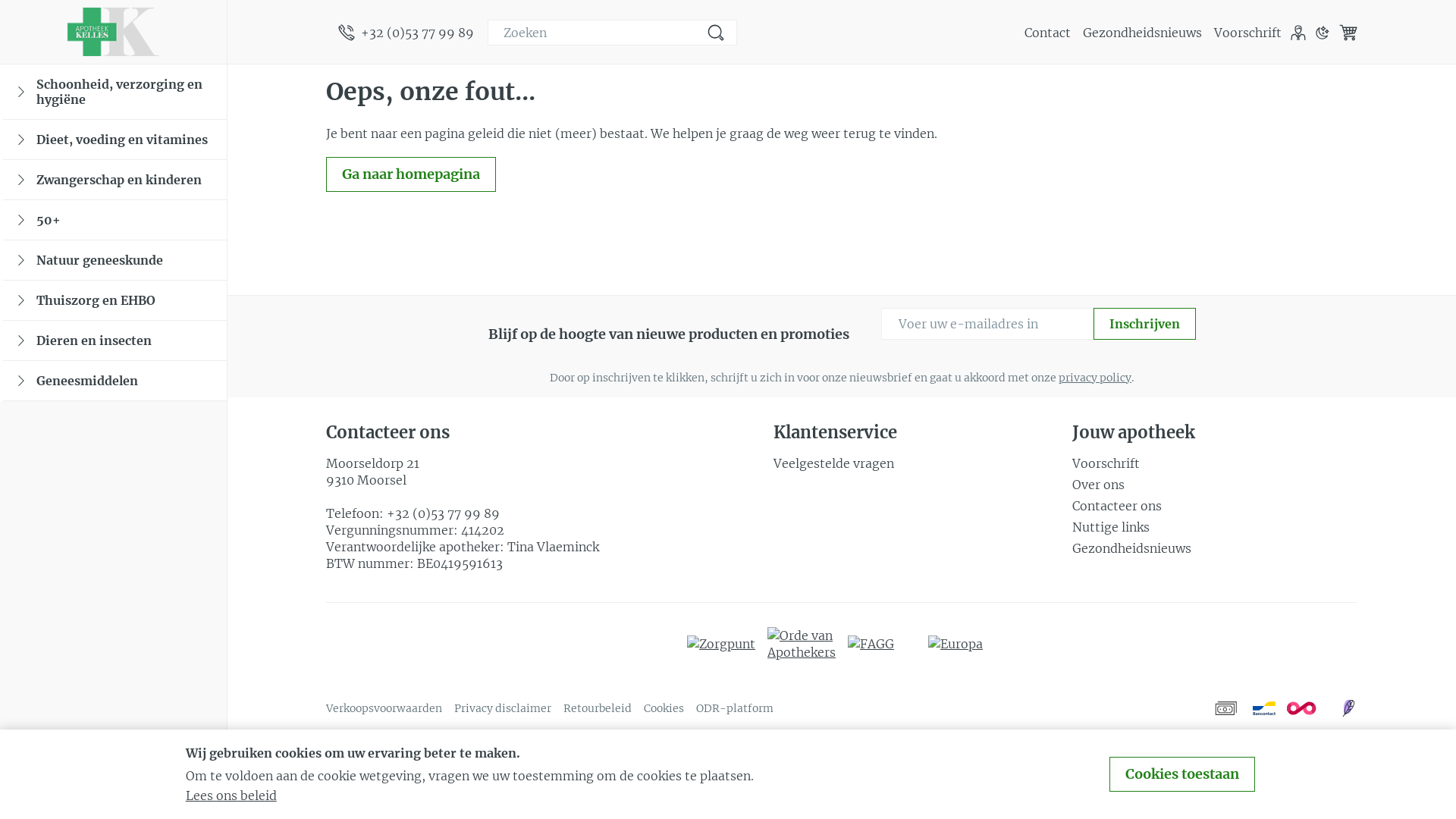  I want to click on 'Verkoopsvoorwaarden', so click(384, 708).